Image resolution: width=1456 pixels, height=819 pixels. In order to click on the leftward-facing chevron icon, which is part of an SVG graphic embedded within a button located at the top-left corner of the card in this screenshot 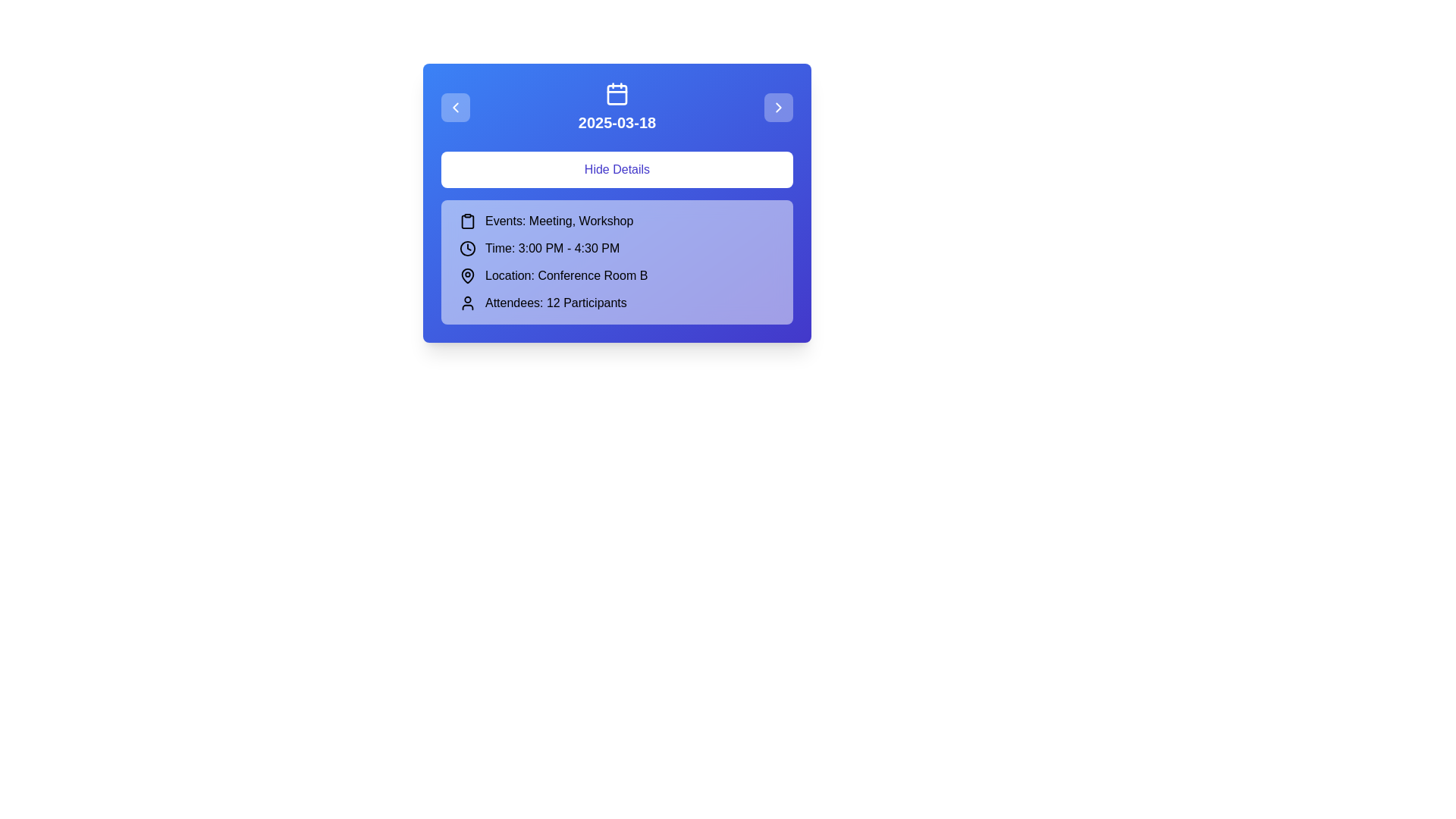, I will do `click(454, 107)`.